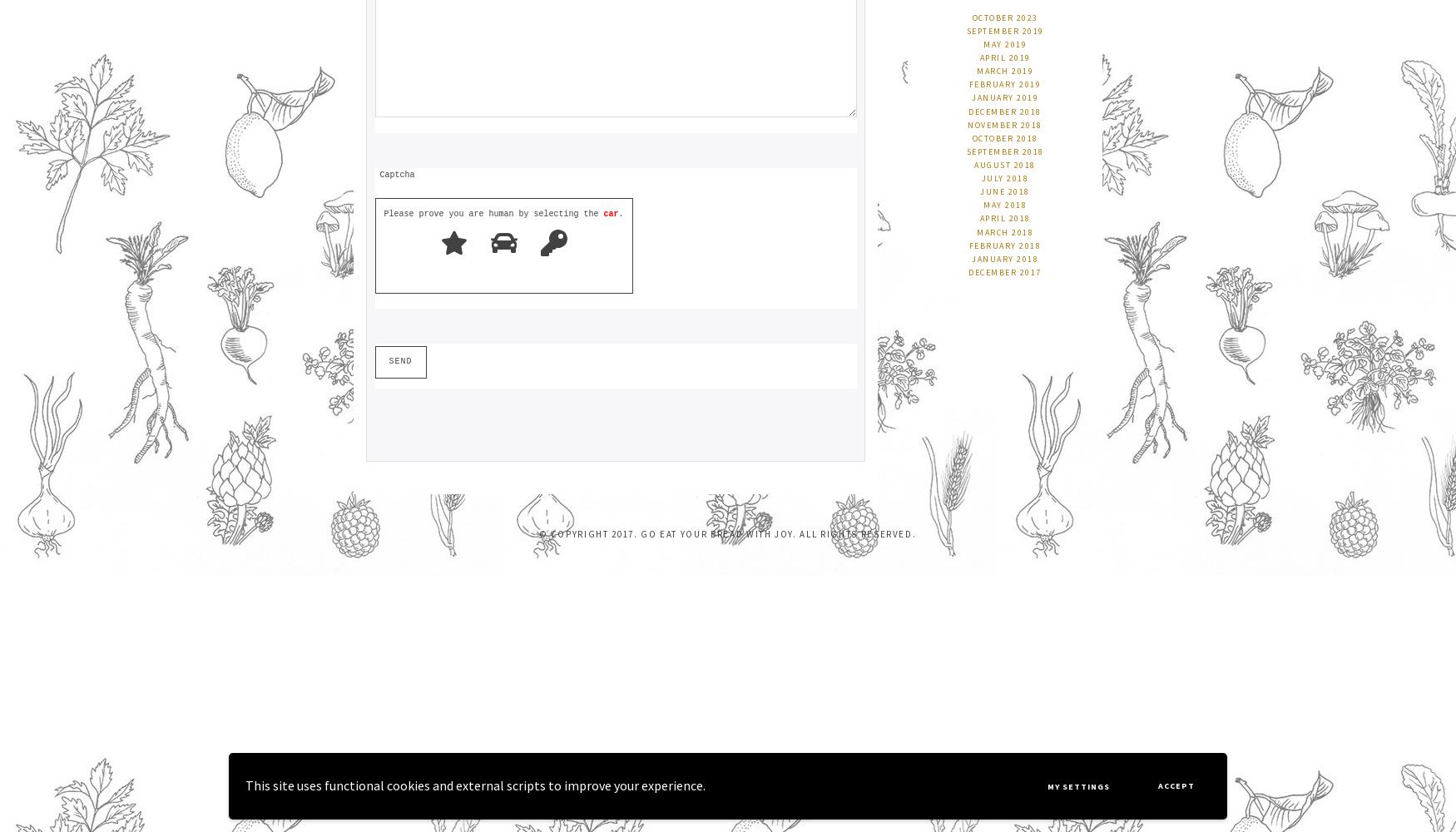  What do you see at coordinates (1005, 204) in the screenshot?
I see `'May 2018'` at bounding box center [1005, 204].